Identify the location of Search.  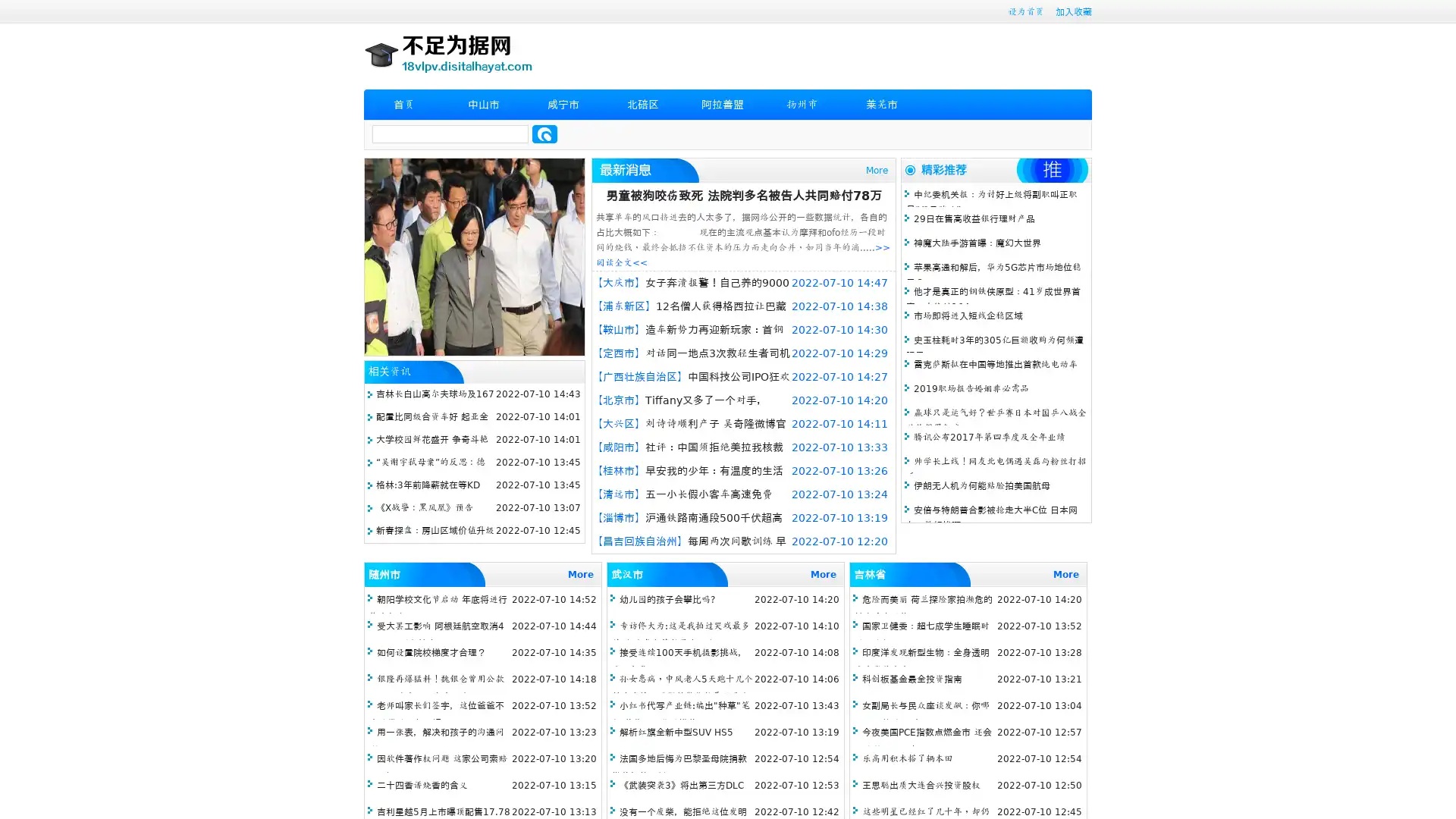
(544, 133).